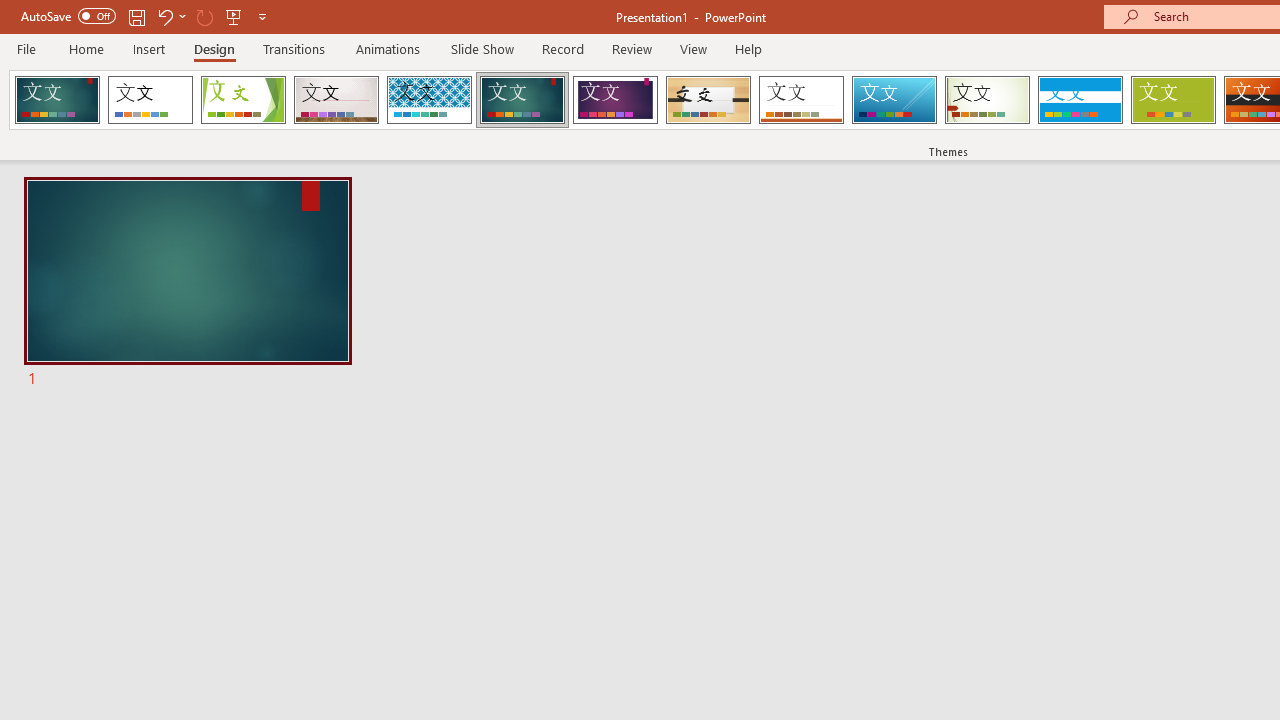 The height and width of the screenshot is (720, 1280). Describe the element at coordinates (1079, 100) in the screenshot. I see `'Banded Loading Preview...'` at that location.